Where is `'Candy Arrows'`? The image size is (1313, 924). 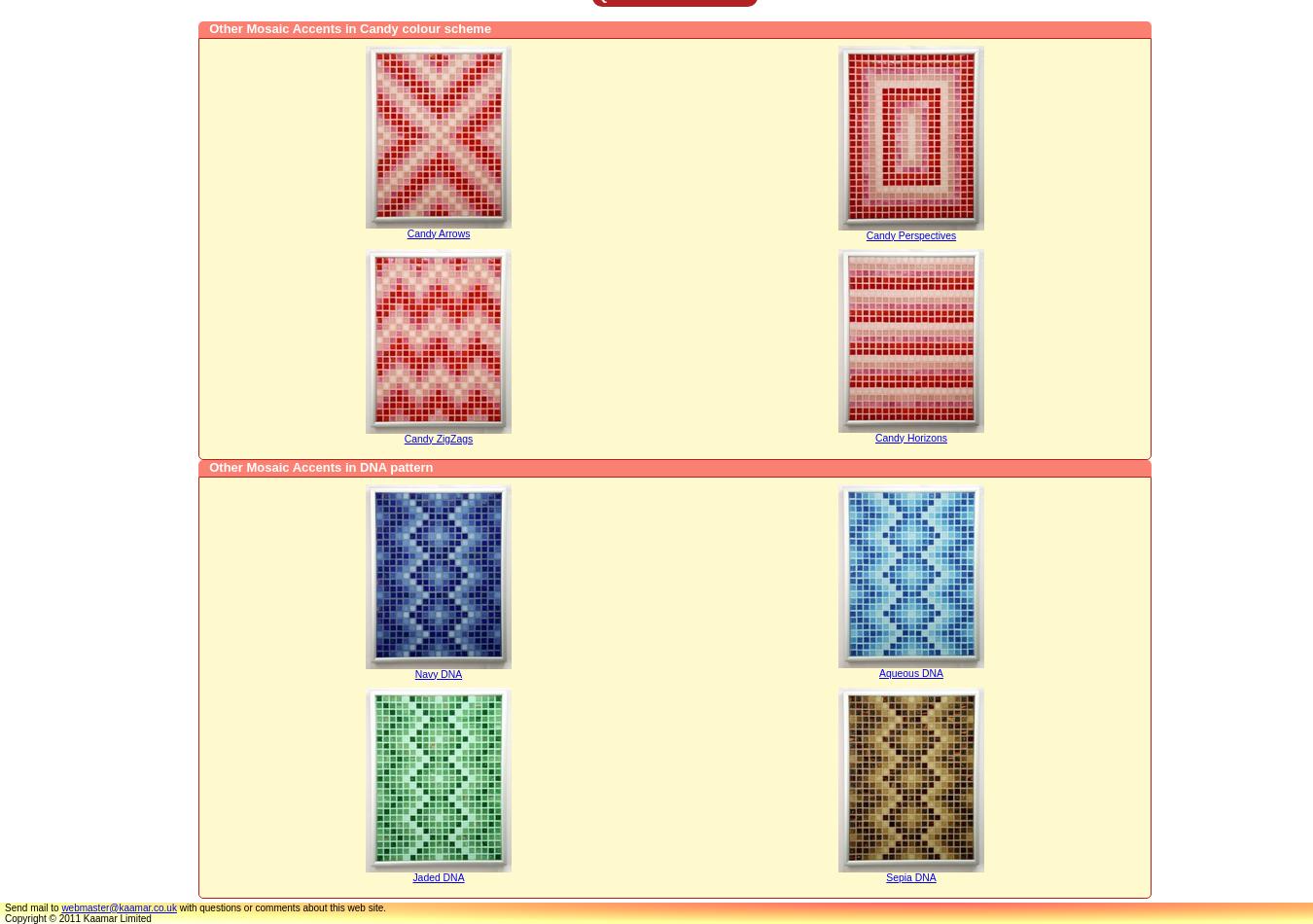
'Candy Arrows' is located at coordinates (438, 231).